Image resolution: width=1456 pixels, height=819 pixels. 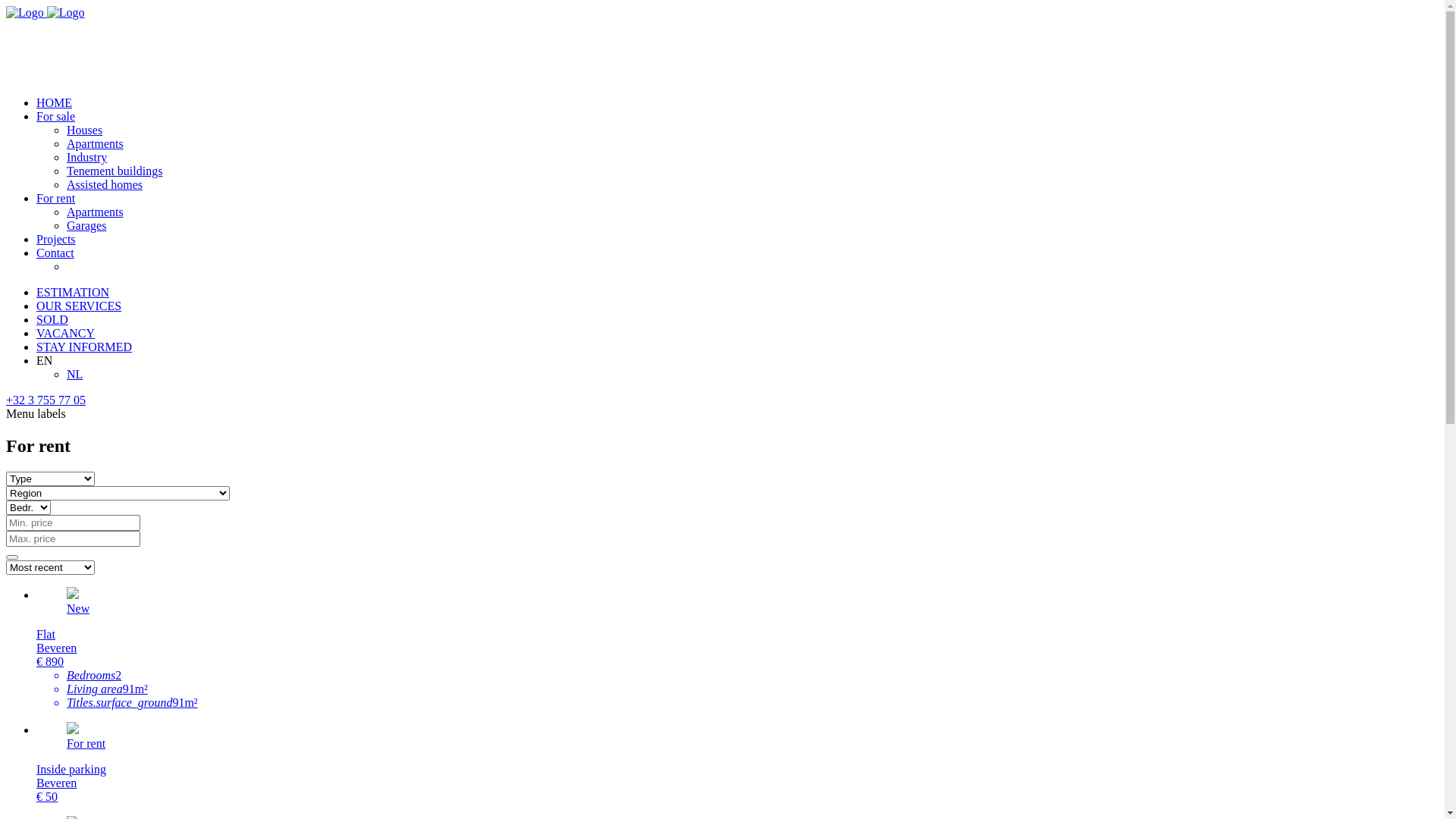 I want to click on 'Contact', so click(x=55, y=252).